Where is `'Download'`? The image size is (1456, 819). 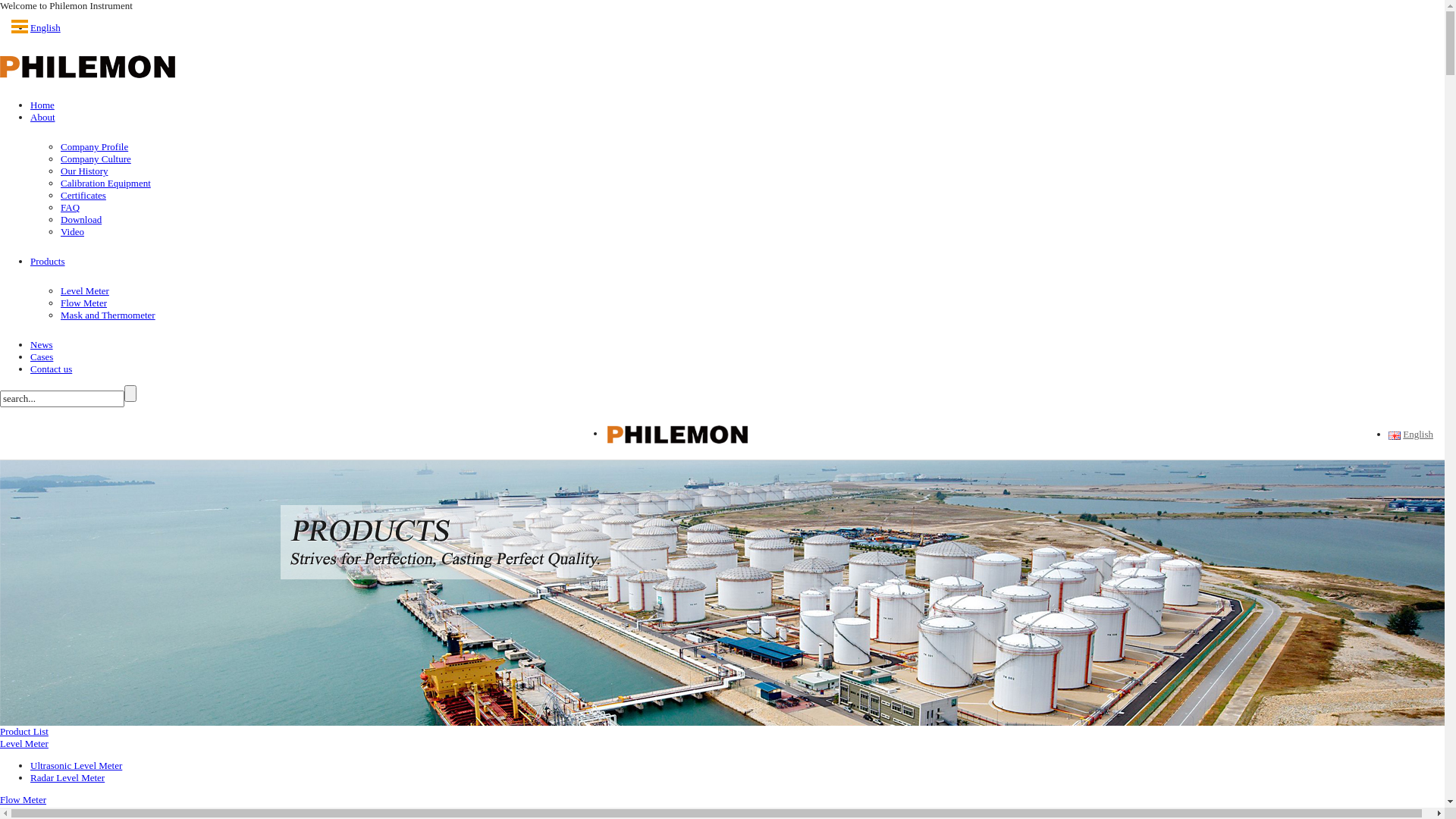
'Download' is located at coordinates (61, 219).